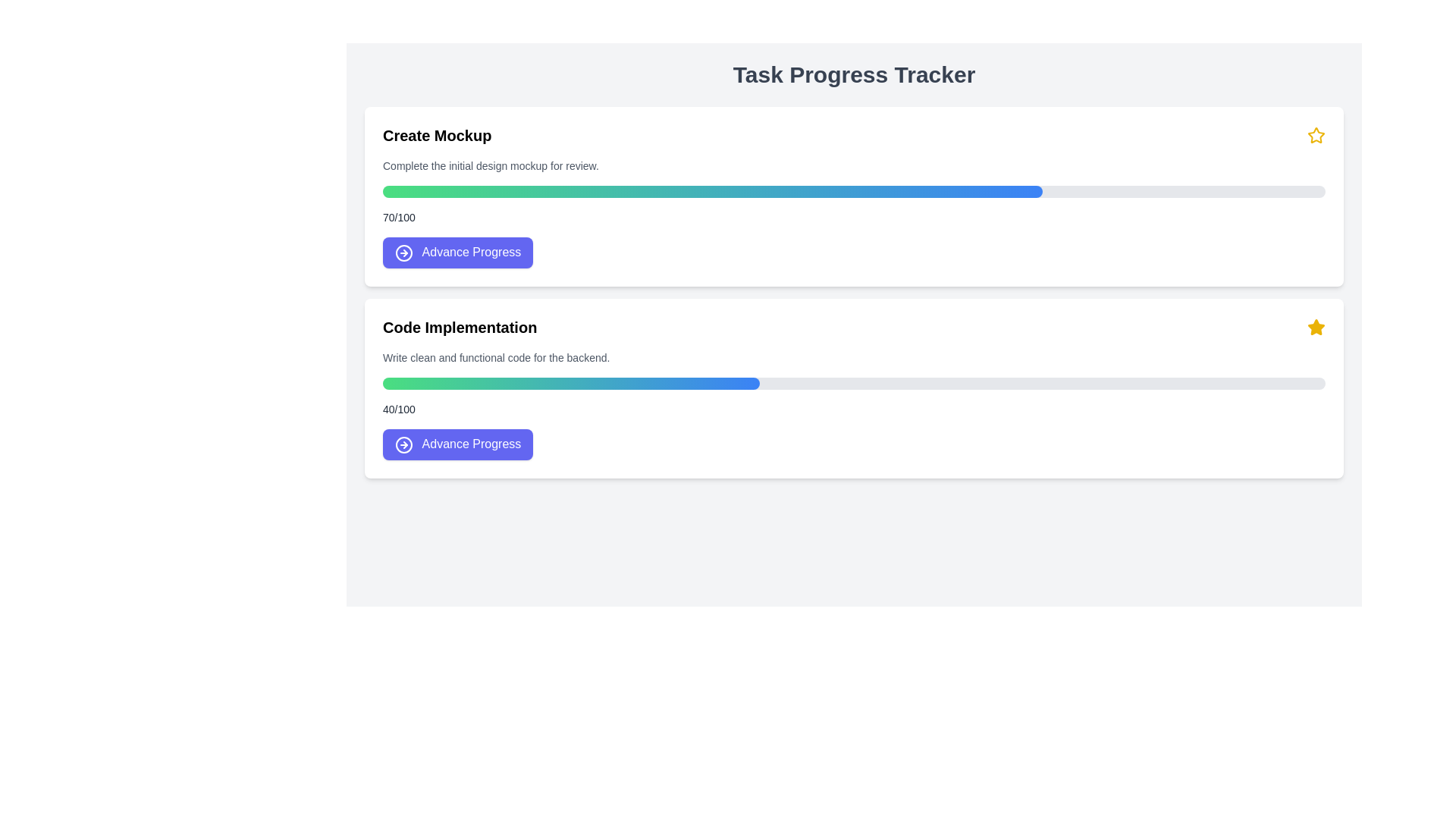 This screenshot has width=1456, height=819. Describe the element at coordinates (712, 191) in the screenshot. I see `the left portion of the progress bar segment in the 'Create Mockup' section, which visually represents 70% of the total width` at that location.